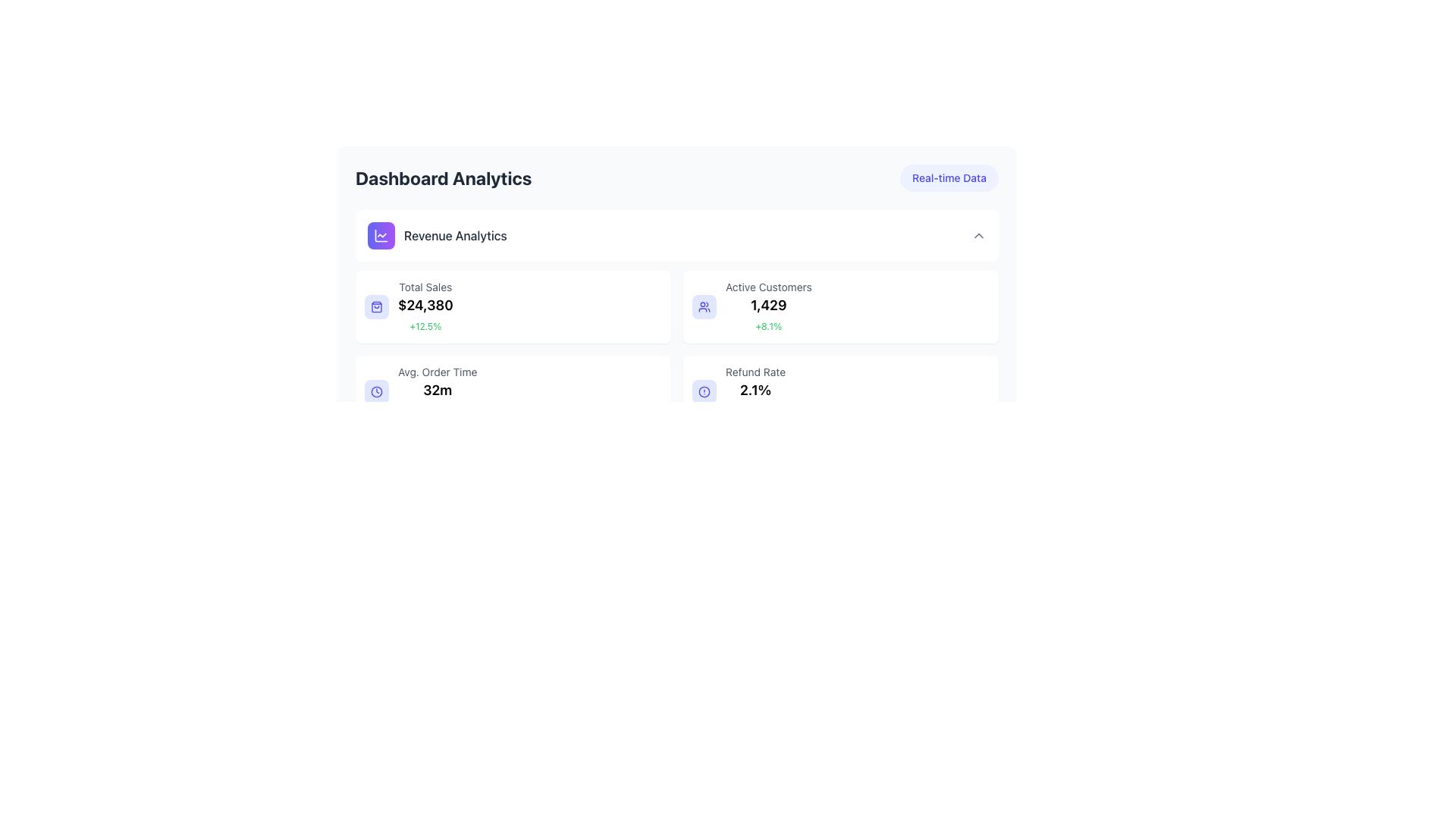 The width and height of the screenshot is (1456, 819). I want to click on the 'Refund Rate' statistical information block located in the lower-right corner of the dashboard interface, so click(755, 391).